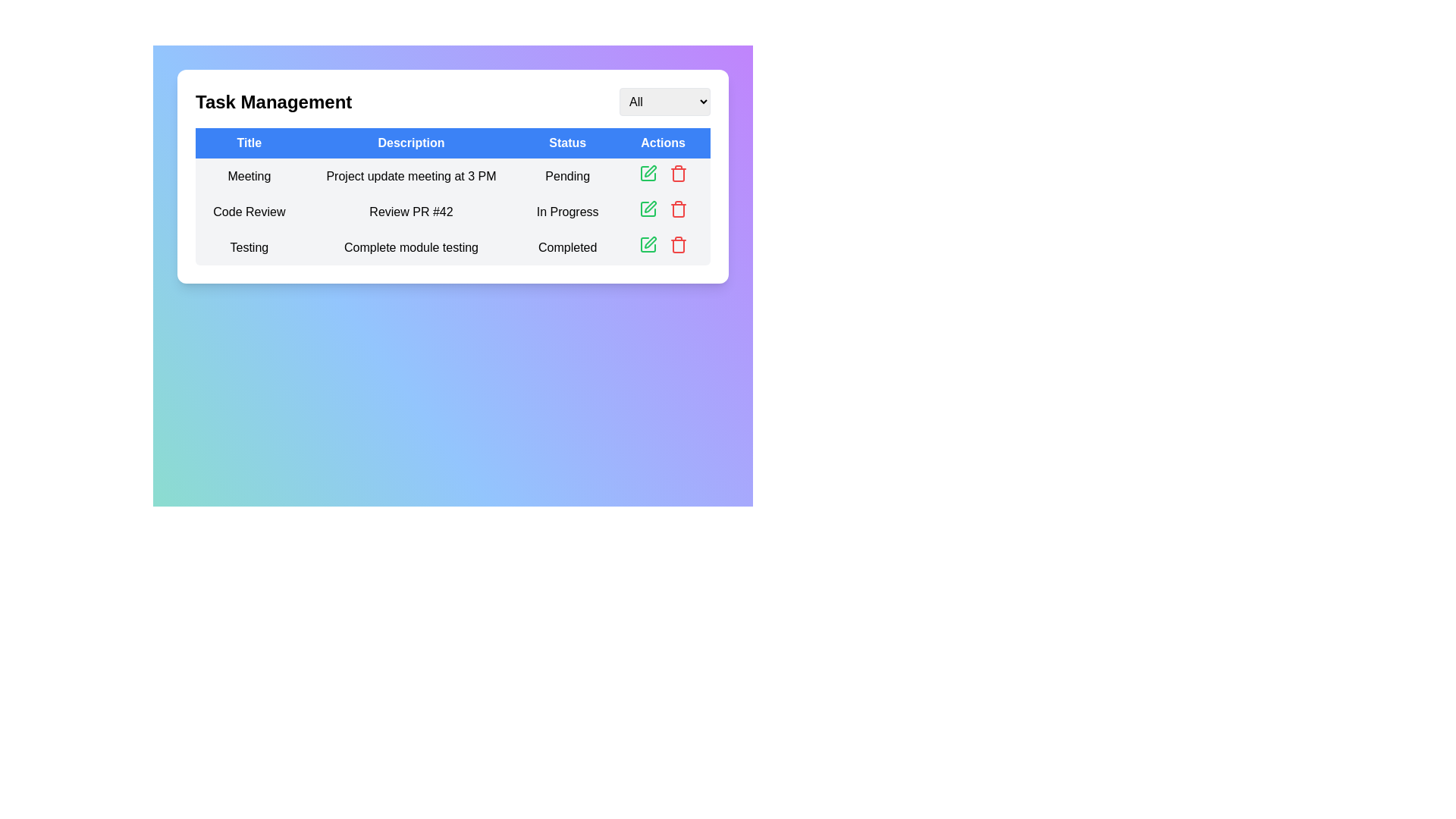 This screenshot has width=1456, height=819. I want to click on the 'Edit' icon button located in the 'Actions' column of the second row, which is aligned closely with the 'In Progress' text in the 'Status' column, so click(648, 209).